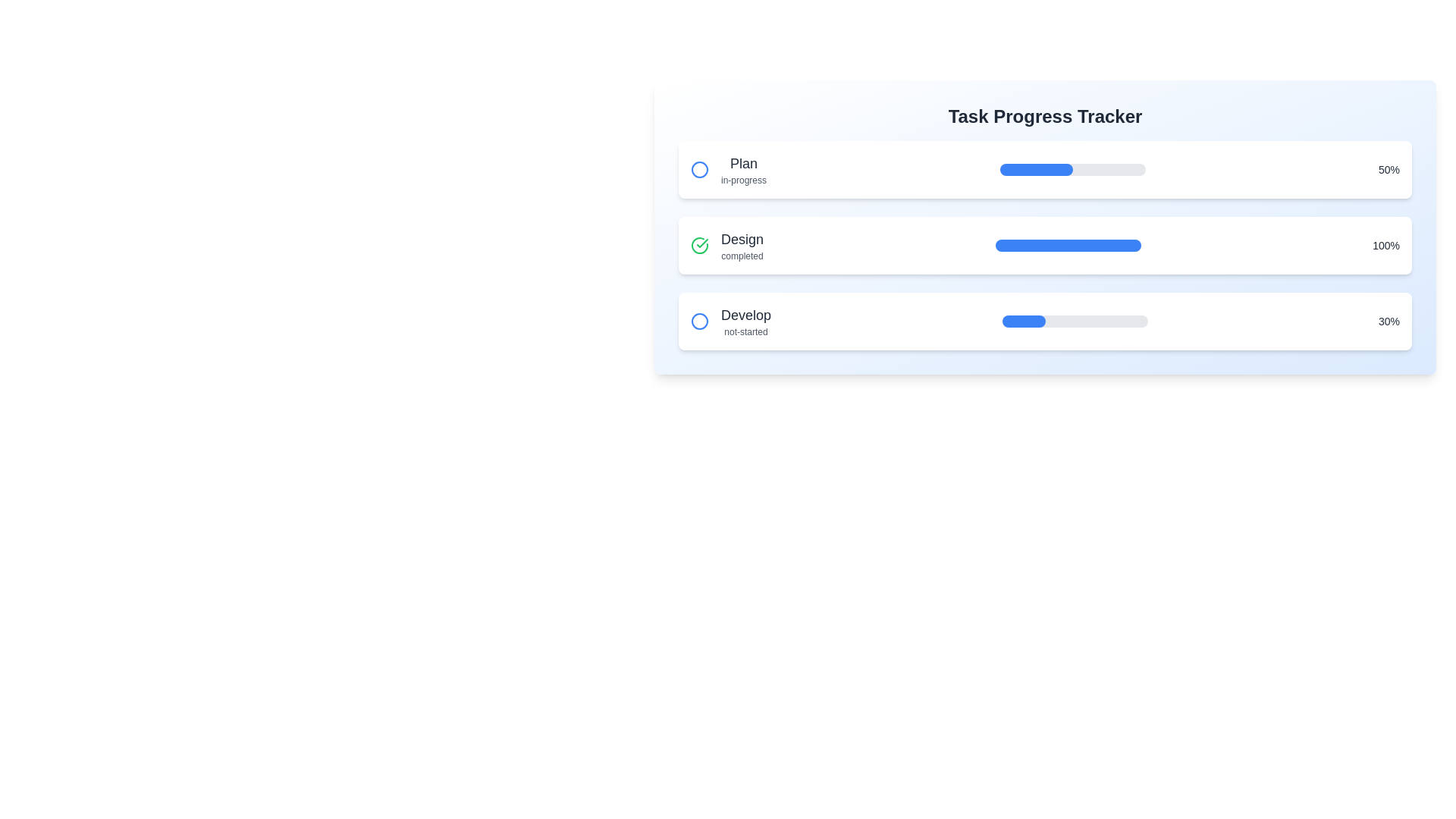 The image size is (1456, 819). What do you see at coordinates (743, 169) in the screenshot?
I see `the status label for the task named 'Plan'` at bounding box center [743, 169].